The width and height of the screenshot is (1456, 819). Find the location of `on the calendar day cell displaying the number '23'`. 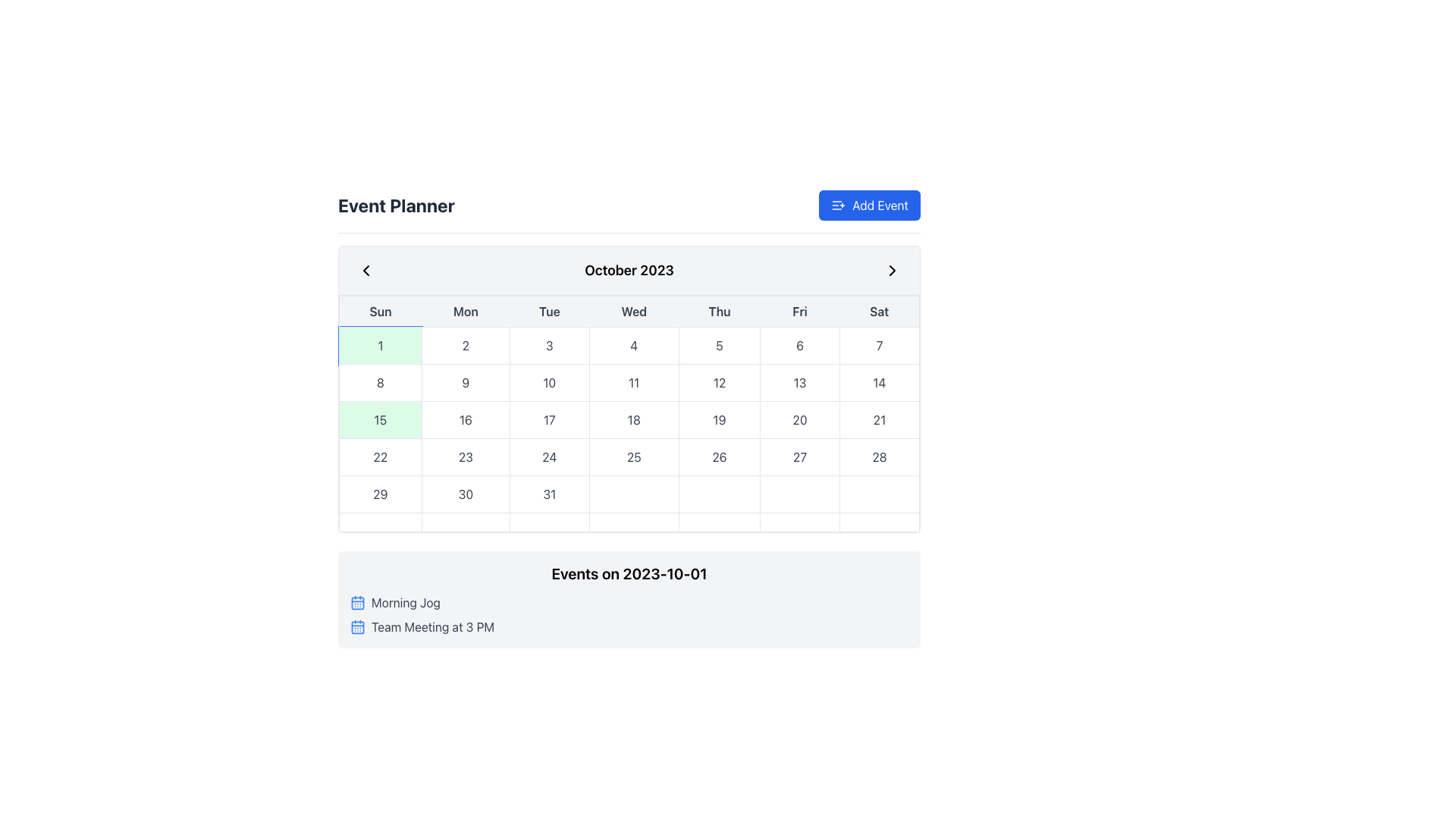

on the calendar day cell displaying the number '23' is located at coordinates (465, 456).